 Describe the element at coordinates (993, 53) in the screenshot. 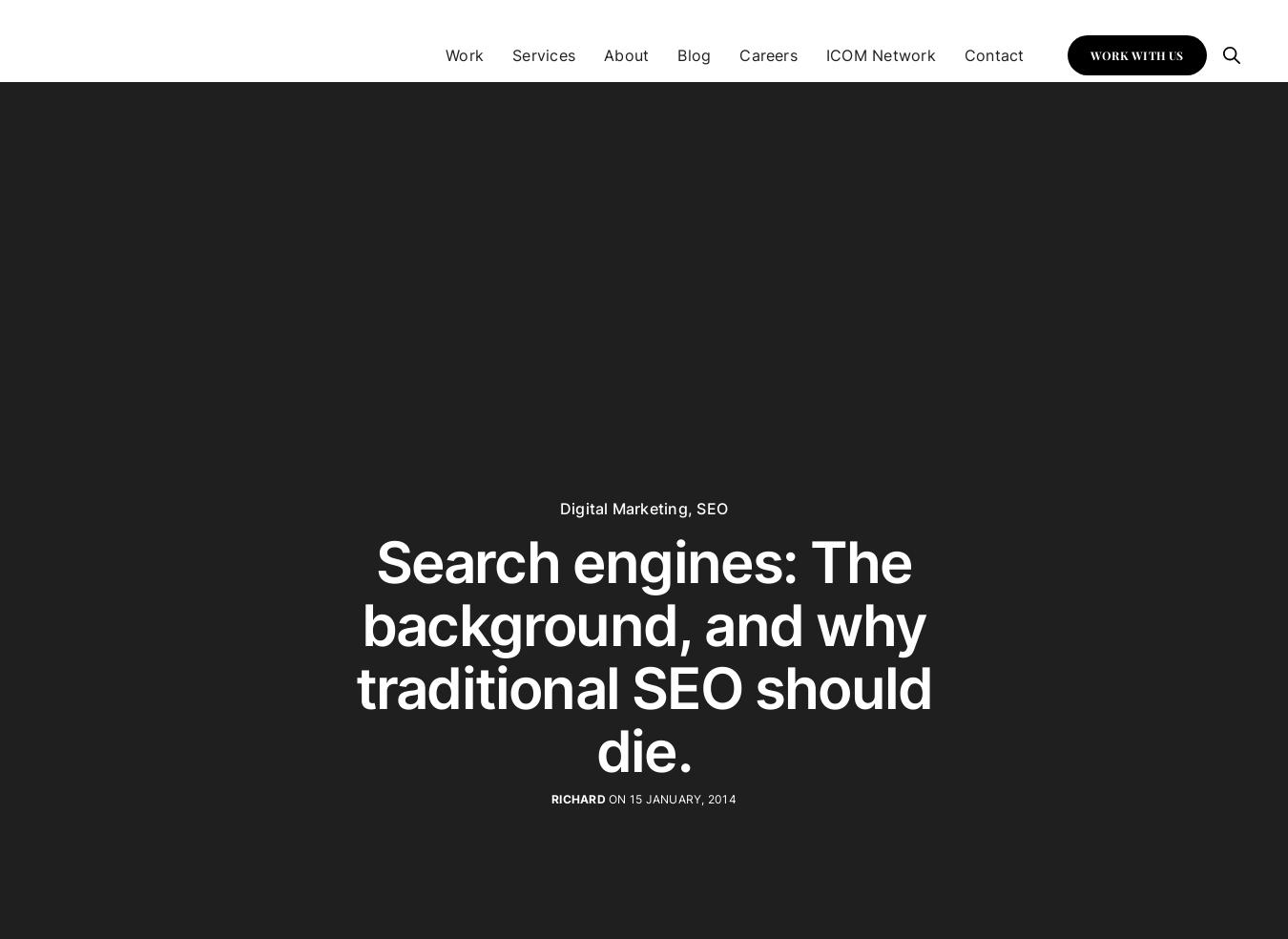

I see `'Contact'` at that location.